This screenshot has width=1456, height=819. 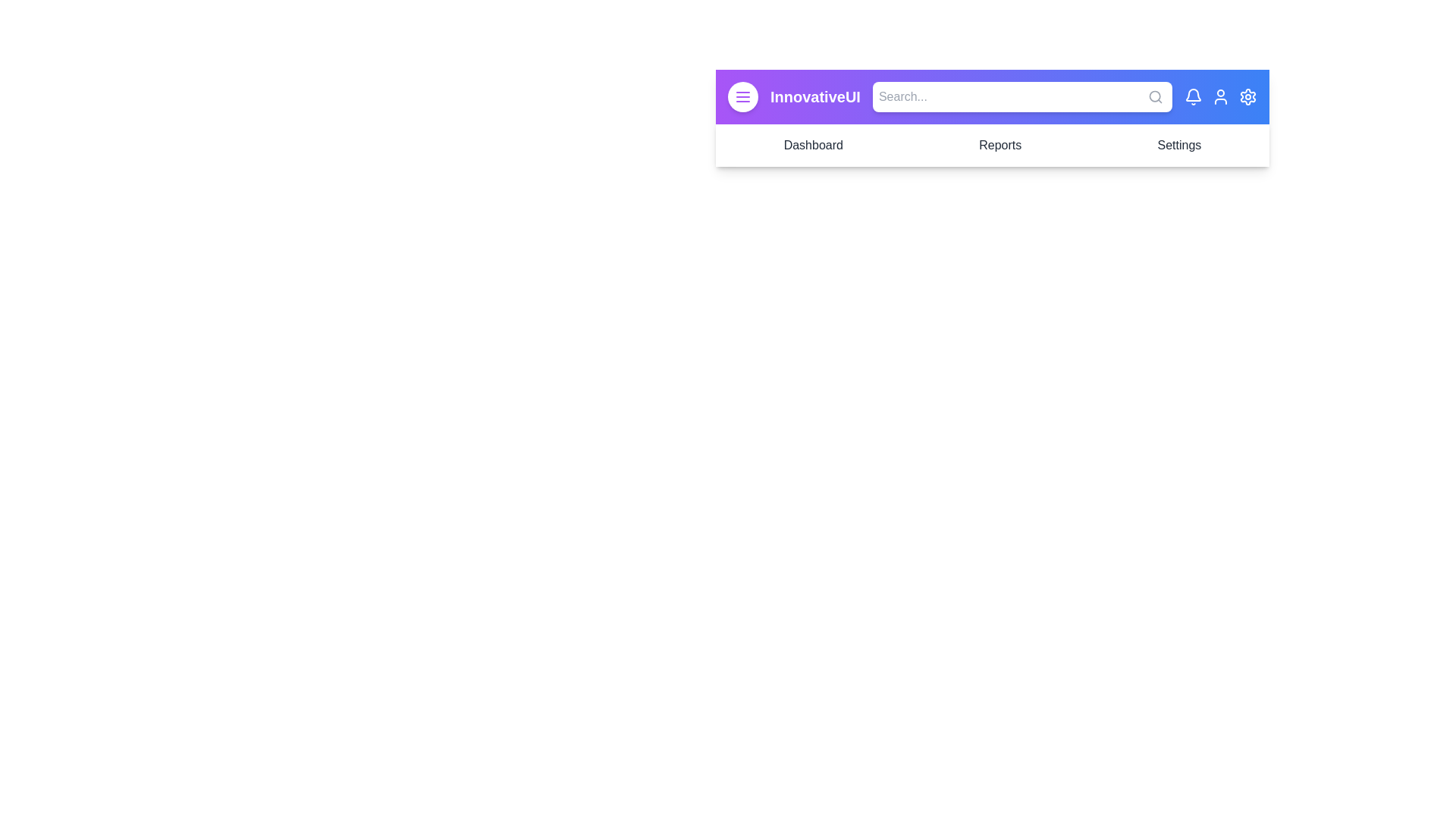 What do you see at coordinates (1193, 96) in the screenshot?
I see `bell icon to view notifications` at bounding box center [1193, 96].